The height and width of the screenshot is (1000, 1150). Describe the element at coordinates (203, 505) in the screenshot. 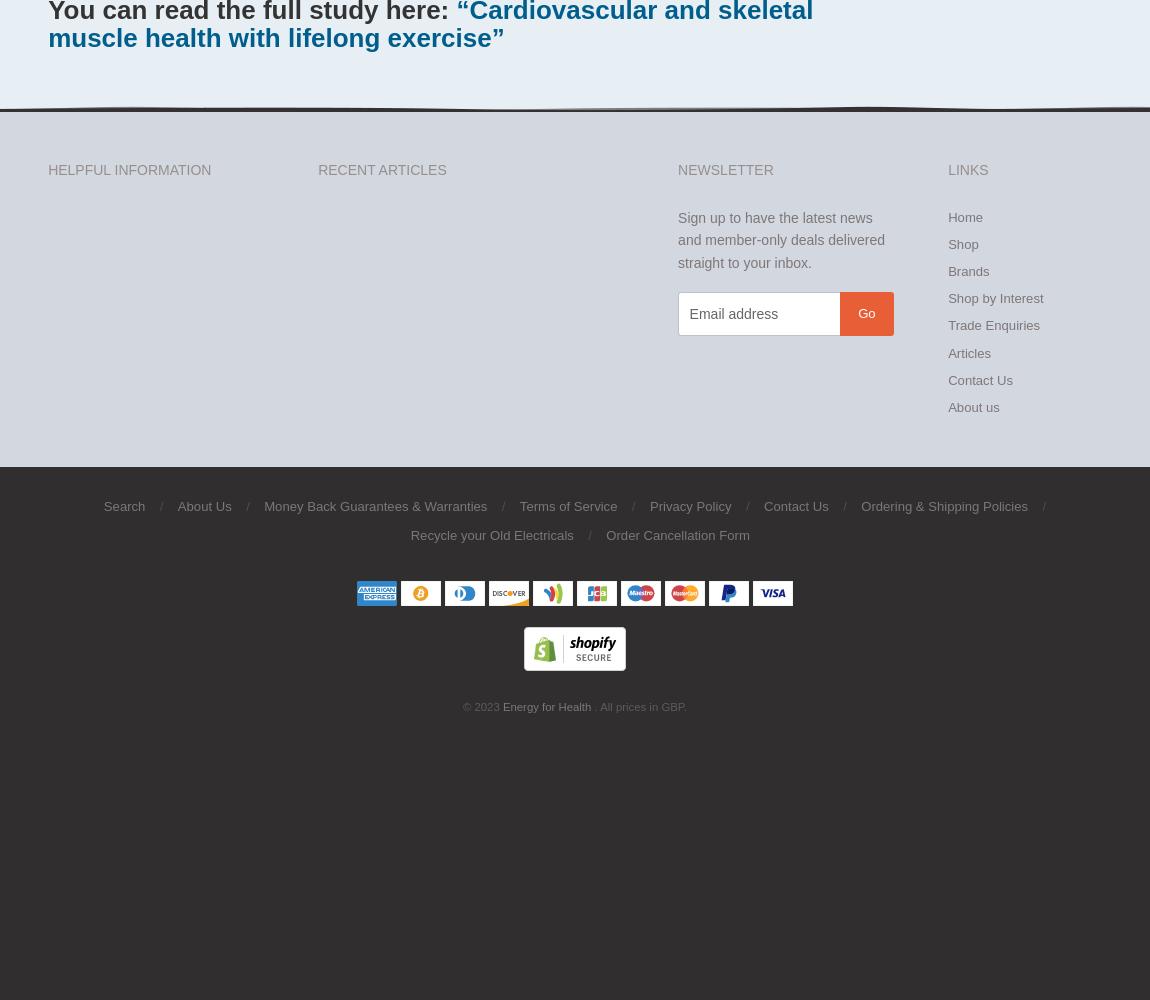

I see `'About Us'` at that location.